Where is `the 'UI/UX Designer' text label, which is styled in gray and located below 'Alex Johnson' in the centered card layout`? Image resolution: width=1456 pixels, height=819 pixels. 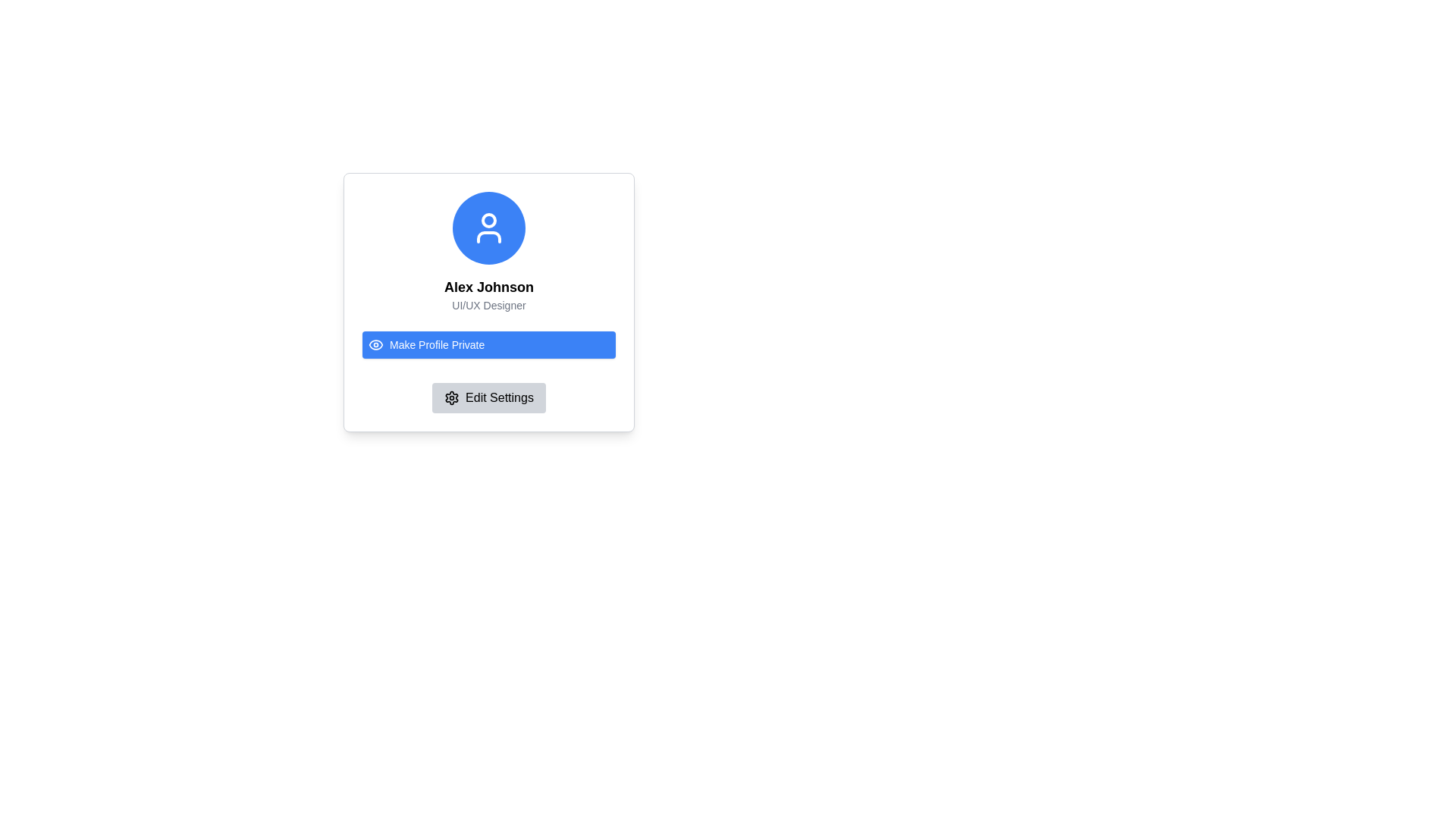 the 'UI/UX Designer' text label, which is styled in gray and located below 'Alex Johnson' in the centered card layout is located at coordinates (488, 305).